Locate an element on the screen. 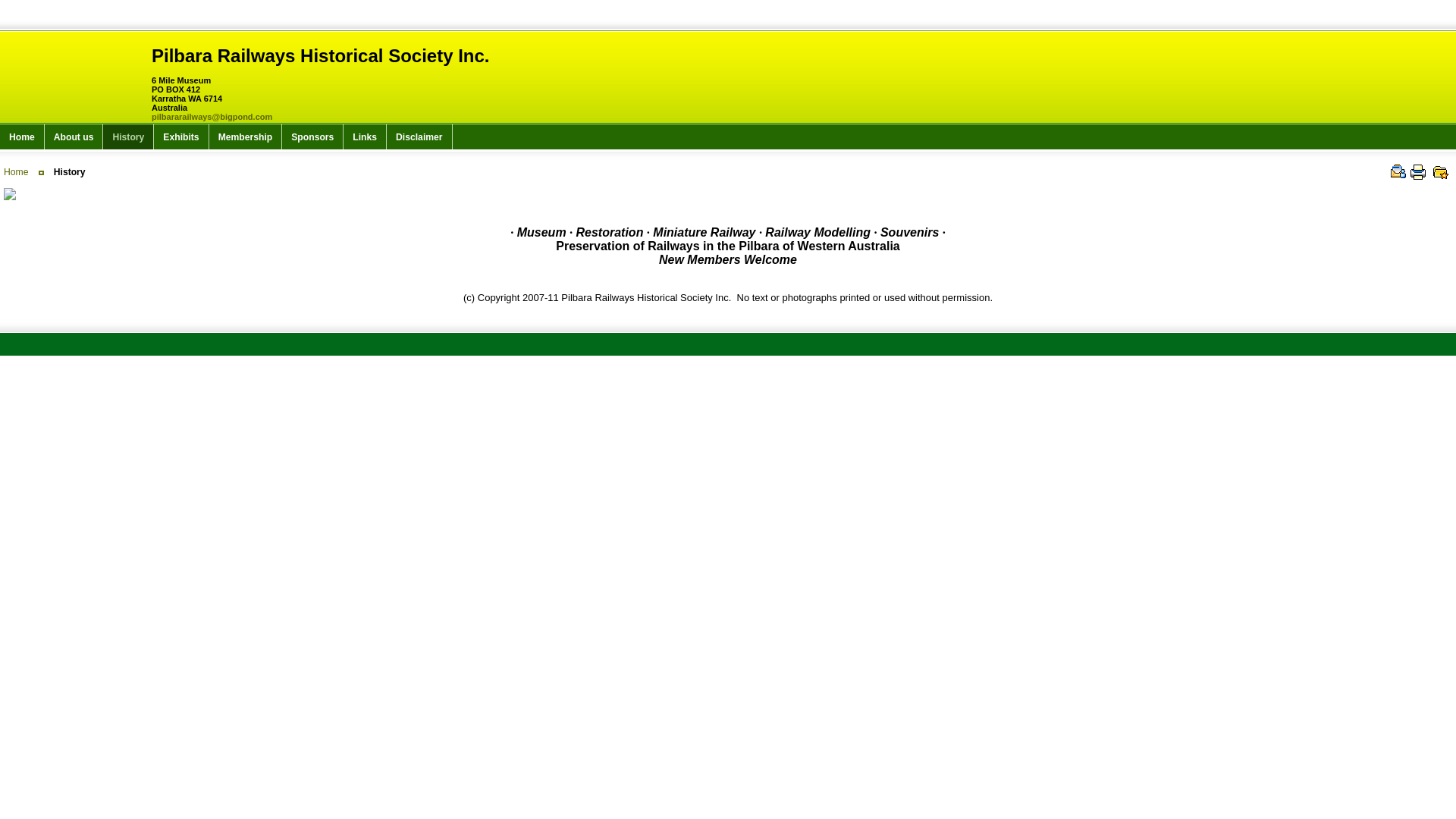  'pilbararailways@bigpond.com' is located at coordinates (211, 116).